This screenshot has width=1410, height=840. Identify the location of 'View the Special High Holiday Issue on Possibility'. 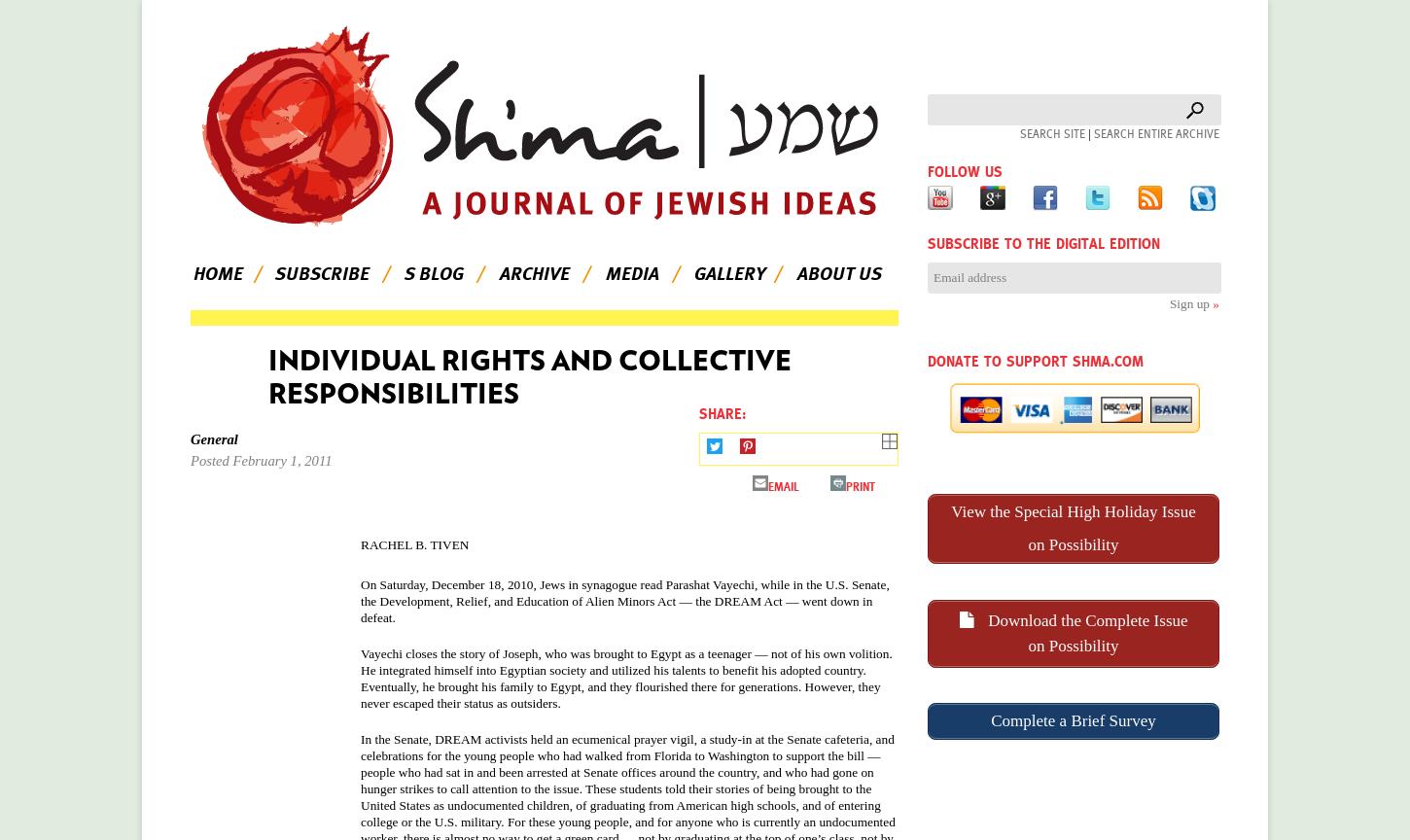
(1072, 526).